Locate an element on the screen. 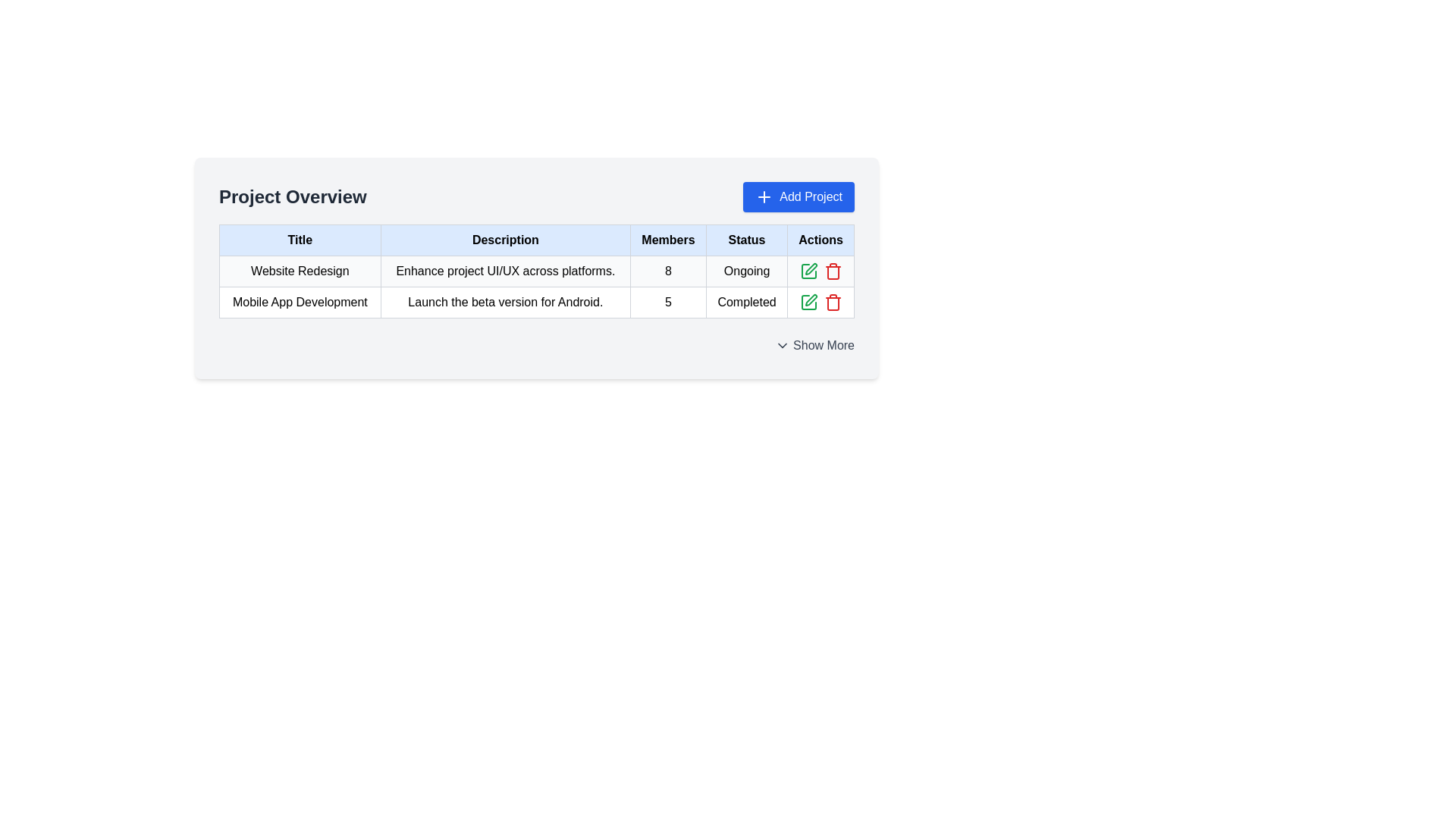 The width and height of the screenshot is (1456, 819). the 'Status' column header in the table, which is the fourth header from the left, positioned between 'Members' and 'Actions' is located at coordinates (747, 239).